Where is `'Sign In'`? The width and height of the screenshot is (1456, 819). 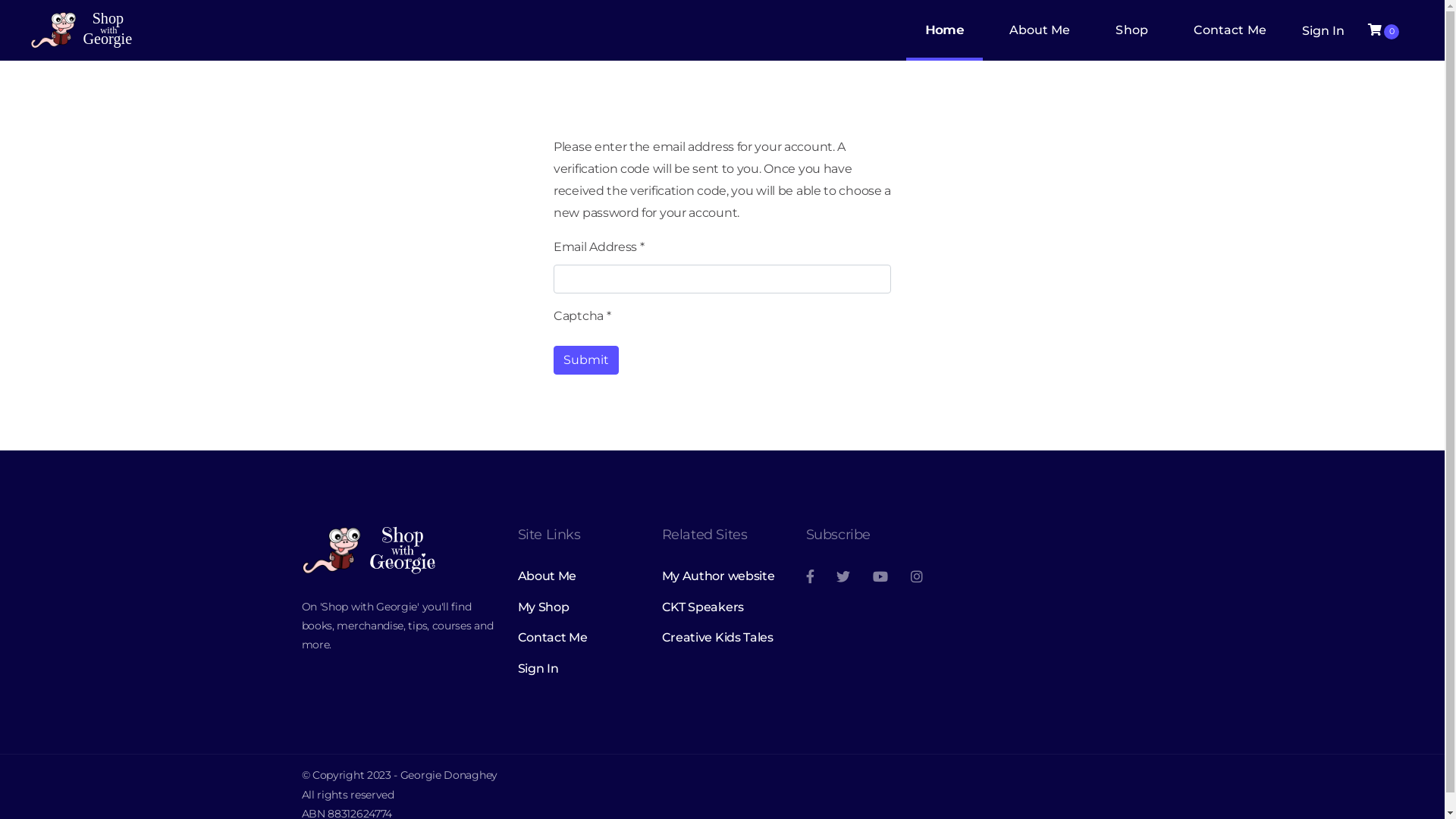
'Sign In' is located at coordinates (577, 668).